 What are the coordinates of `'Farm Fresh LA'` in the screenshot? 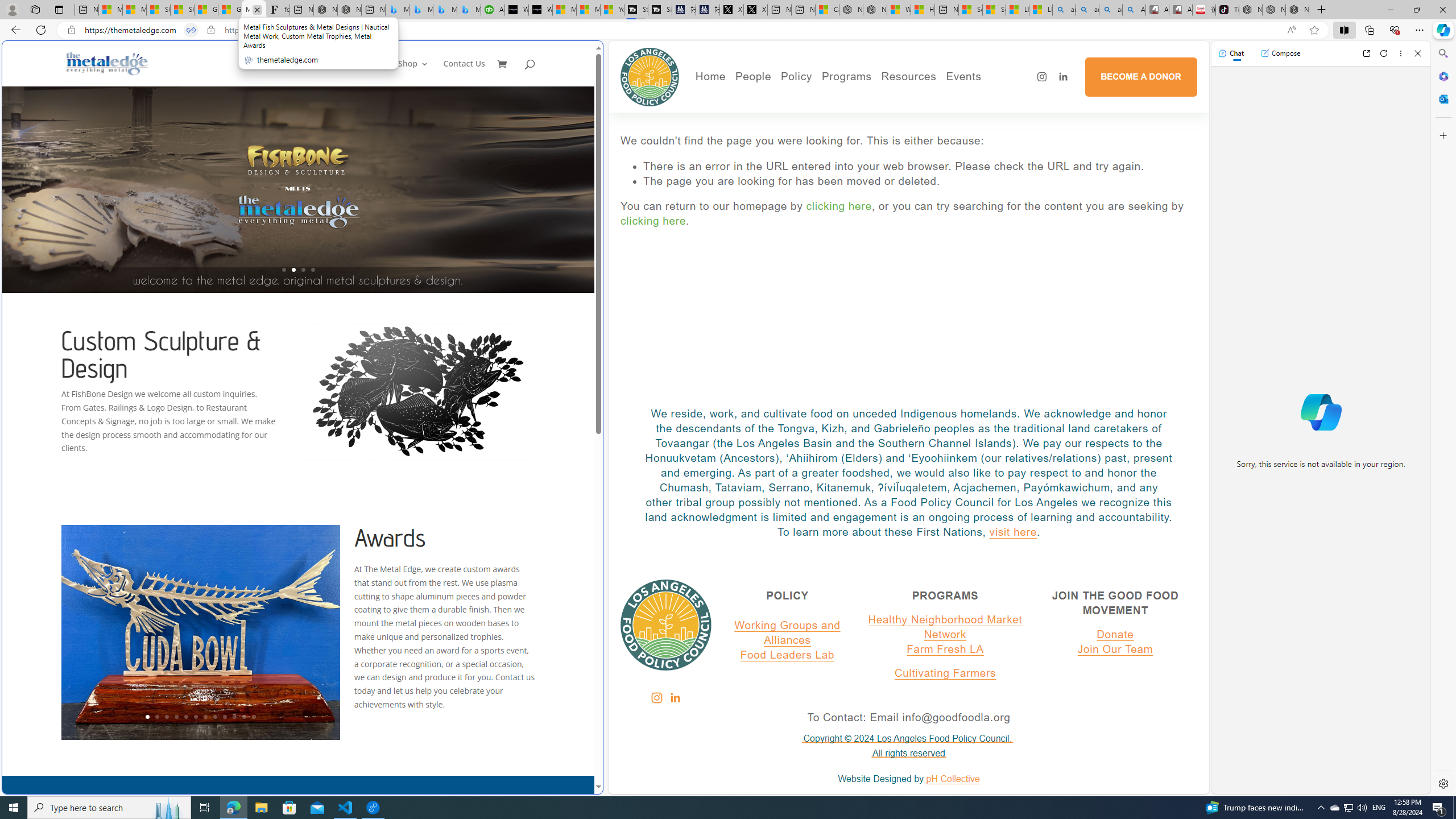 It's located at (945, 649).